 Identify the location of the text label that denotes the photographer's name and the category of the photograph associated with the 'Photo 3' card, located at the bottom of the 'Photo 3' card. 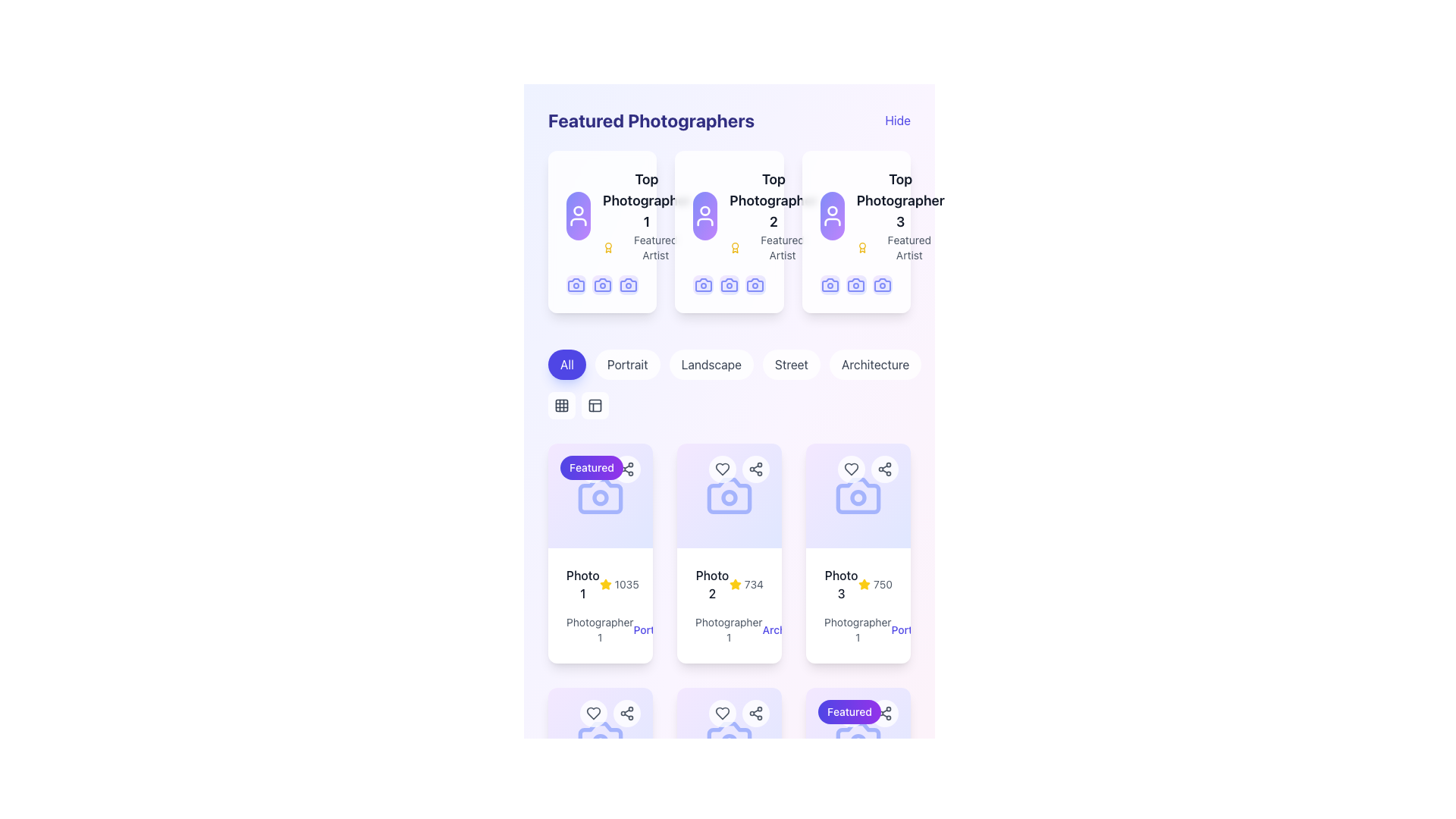
(858, 629).